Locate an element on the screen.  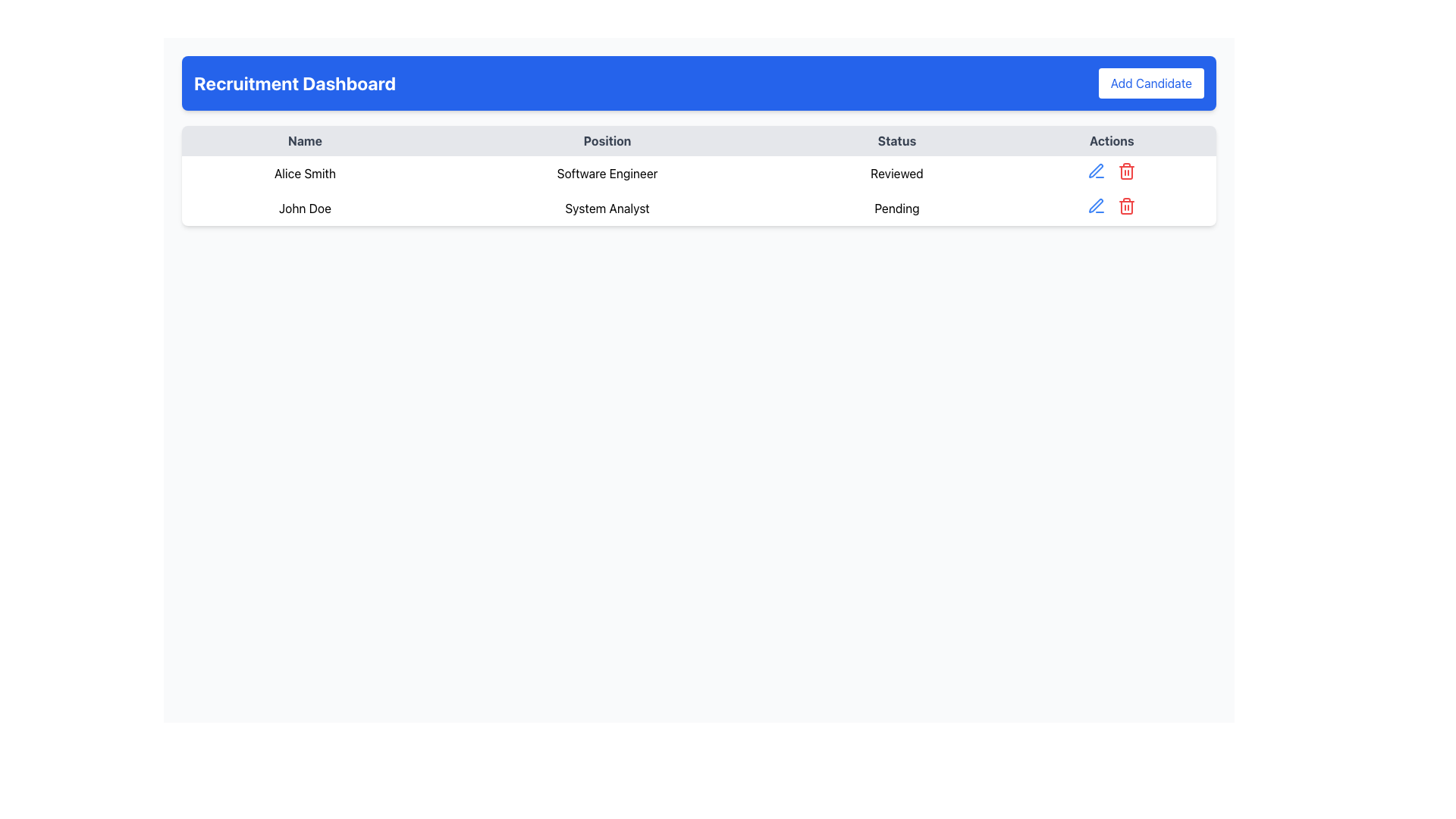
the text label displaying the name 'John Doe' in the recruitment dashboard, located in the second row of the table under the 'Name' header is located at coordinates (304, 208).